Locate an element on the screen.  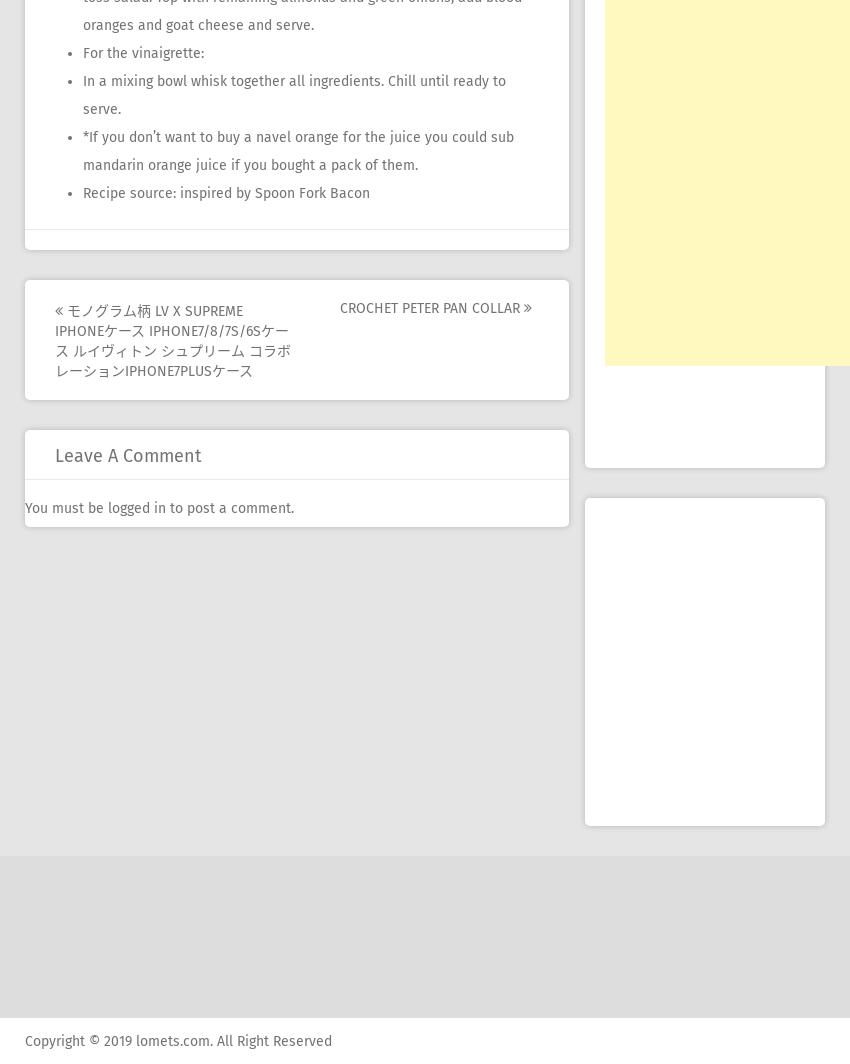
'crochet peter pan collar' is located at coordinates (430, 308).